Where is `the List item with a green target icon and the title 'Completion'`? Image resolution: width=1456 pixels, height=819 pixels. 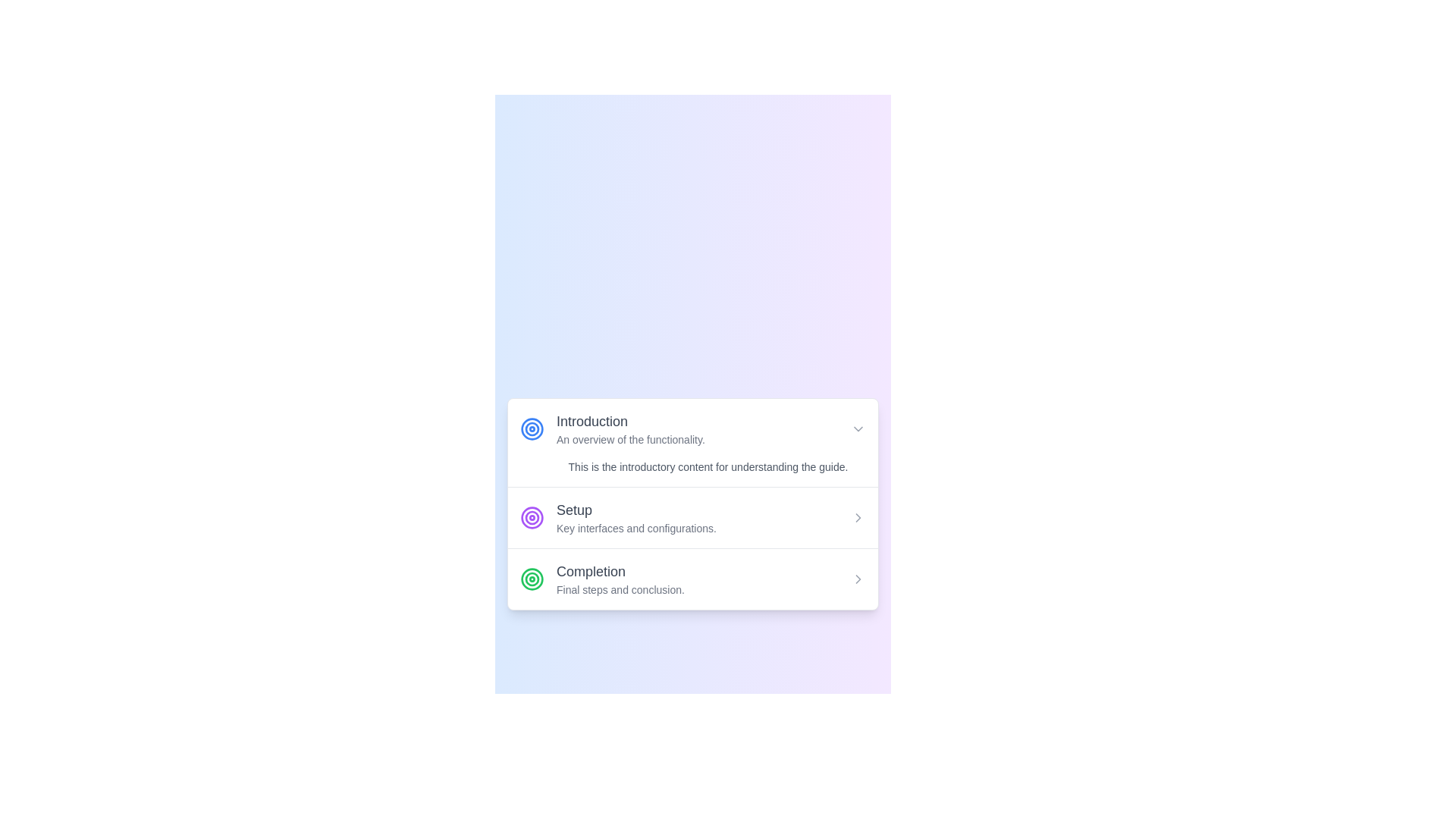
the List item with a green target icon and the title 'Completion' is located at coordinates (601, 579).